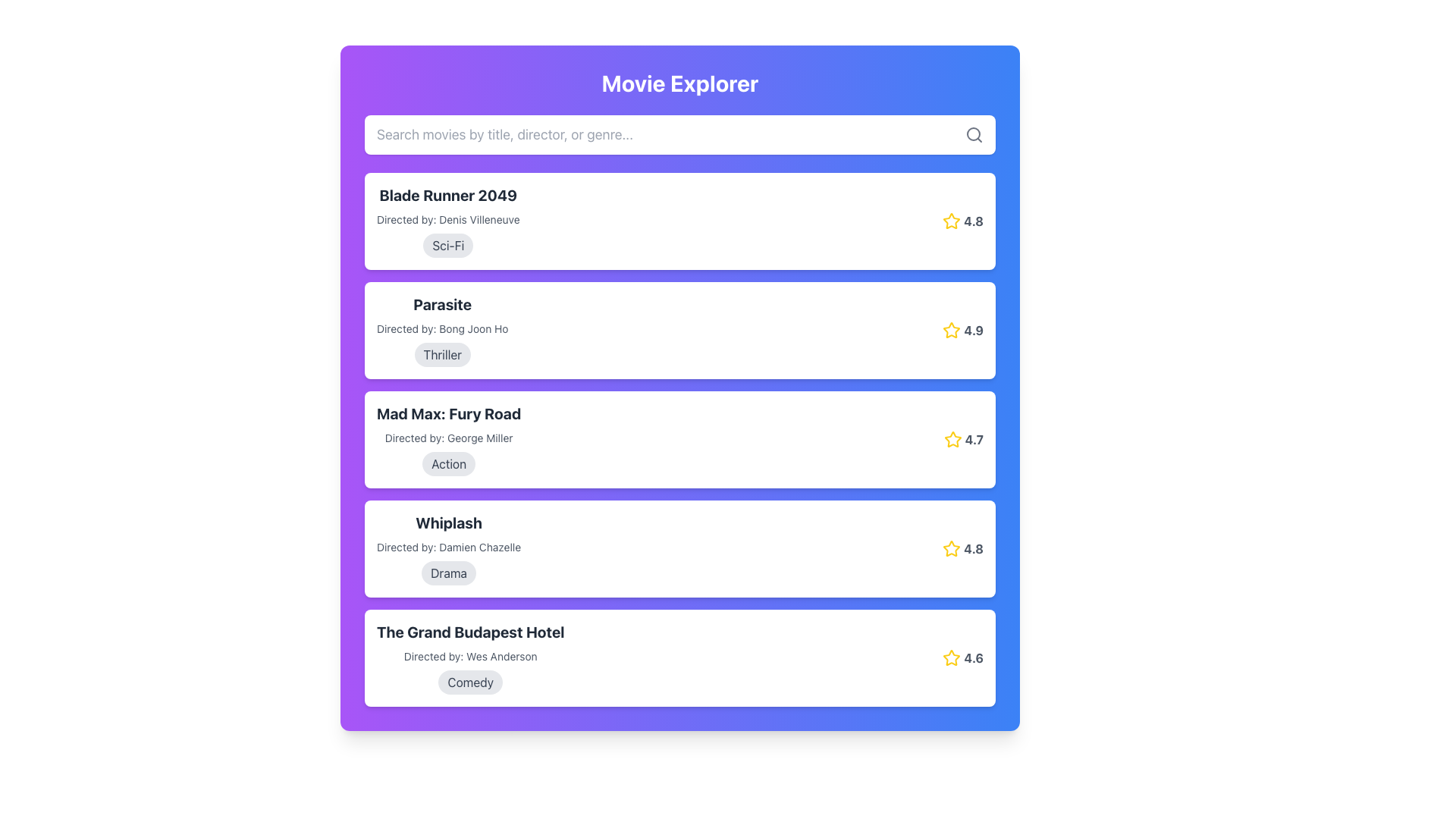  What do you see at coordinates (951, 548) in the screenshot?
I see `the yellow star icon associated with the rating system for the 'Whiplash' movie entry in the 'Movie Explorer' interface, located next to the rating score of '4.8'` at bounding box center [951, 548].